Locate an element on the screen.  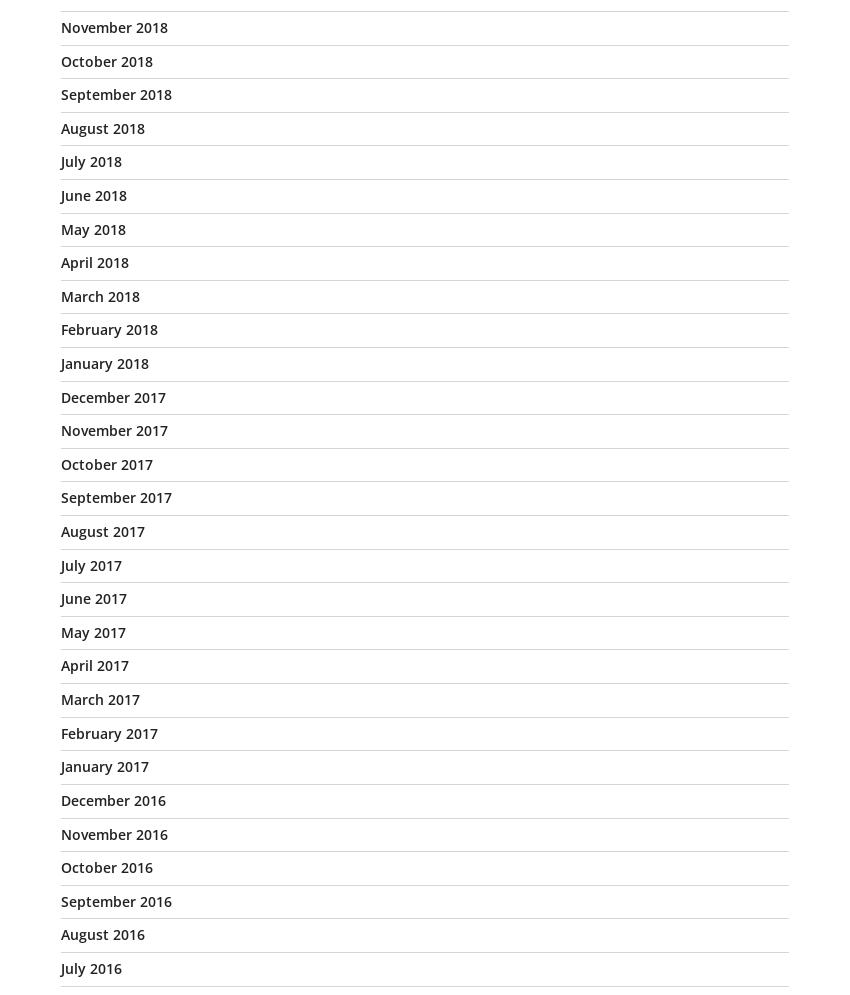
'July 2017' is located at coordinates (90, 564).